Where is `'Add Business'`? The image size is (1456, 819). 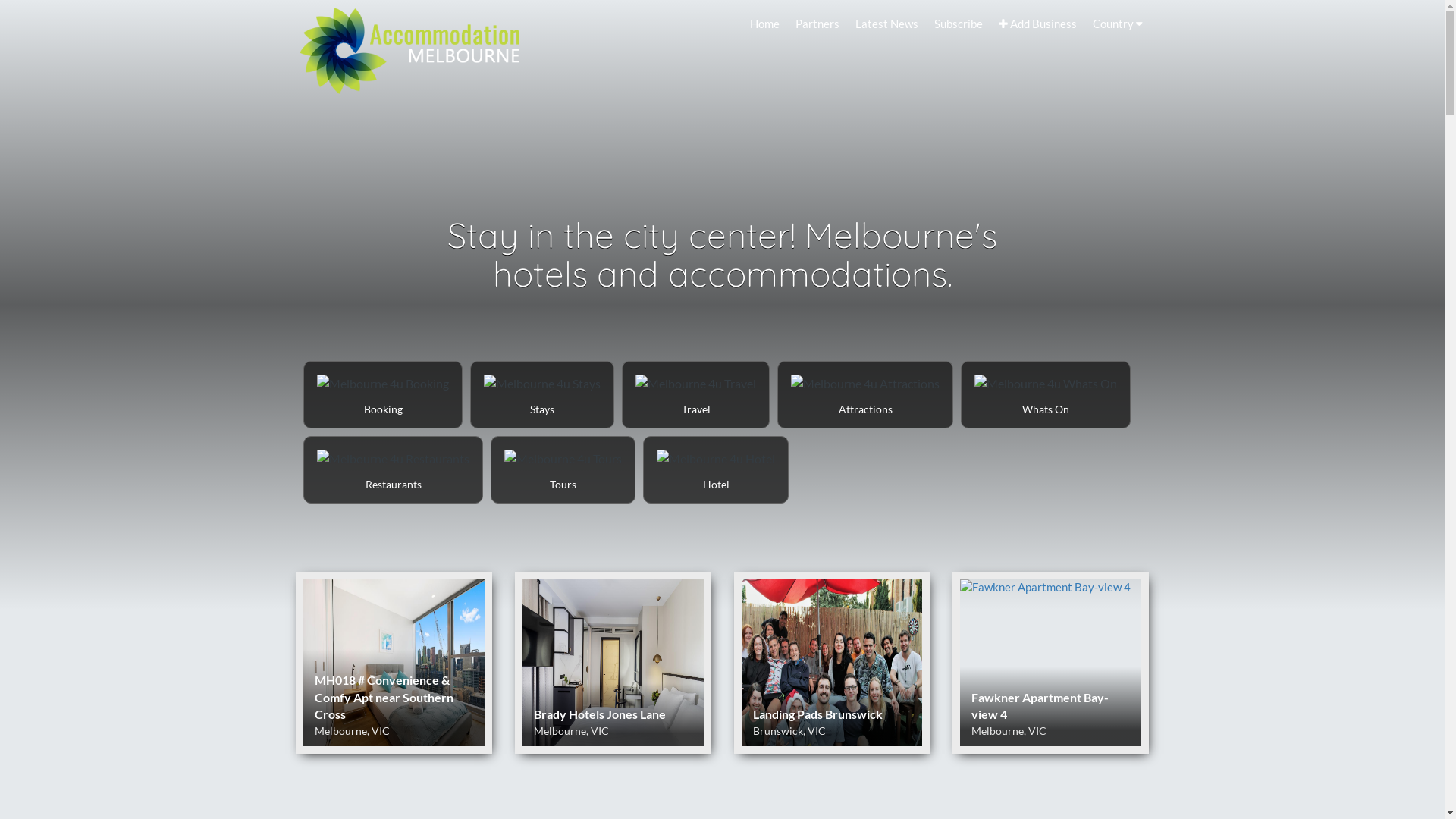
'Add Business' is located at coordinates (1037, 23).